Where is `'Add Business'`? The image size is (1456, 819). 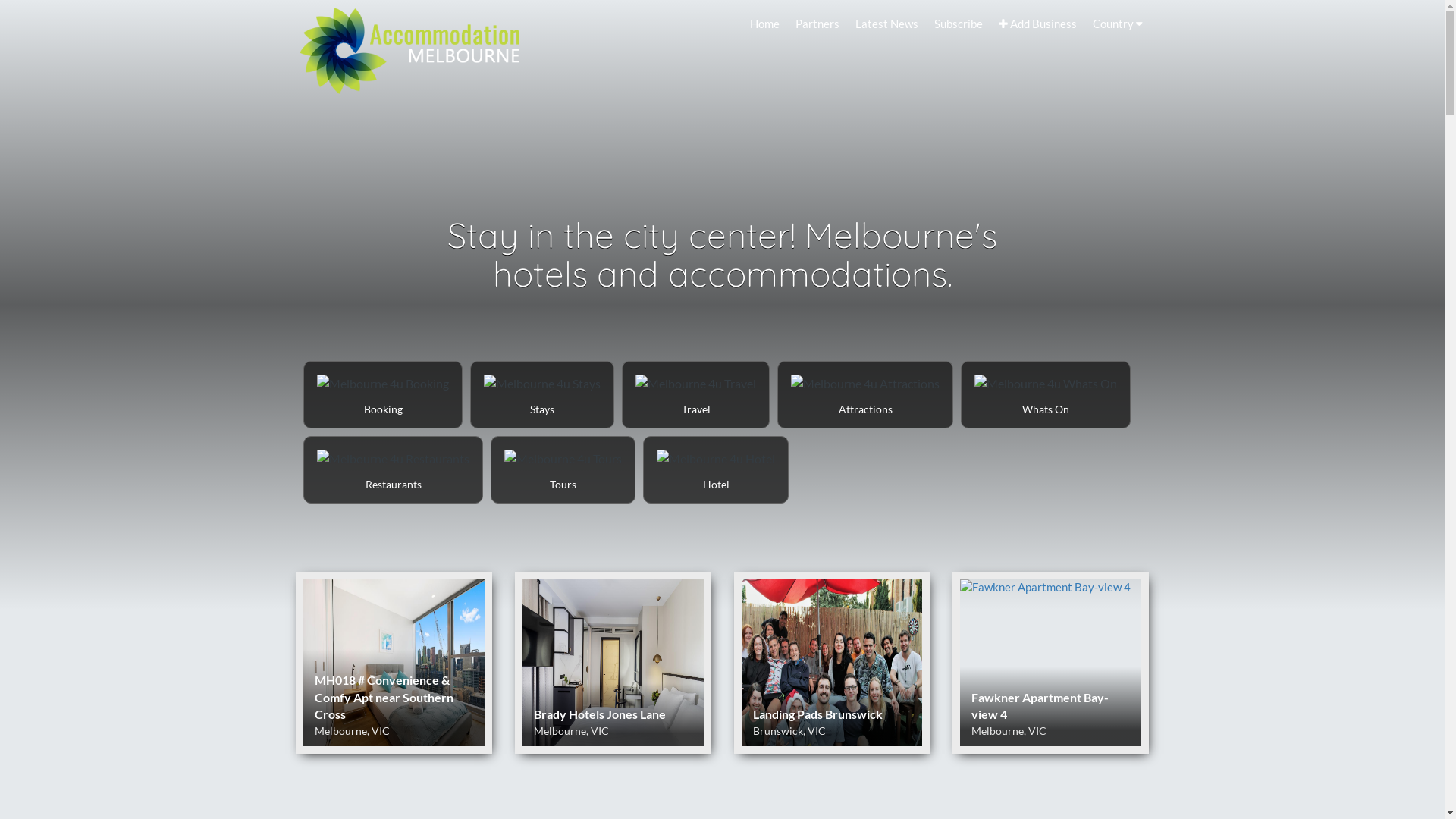
'Add Business' is located at coordinates (1037, 23).